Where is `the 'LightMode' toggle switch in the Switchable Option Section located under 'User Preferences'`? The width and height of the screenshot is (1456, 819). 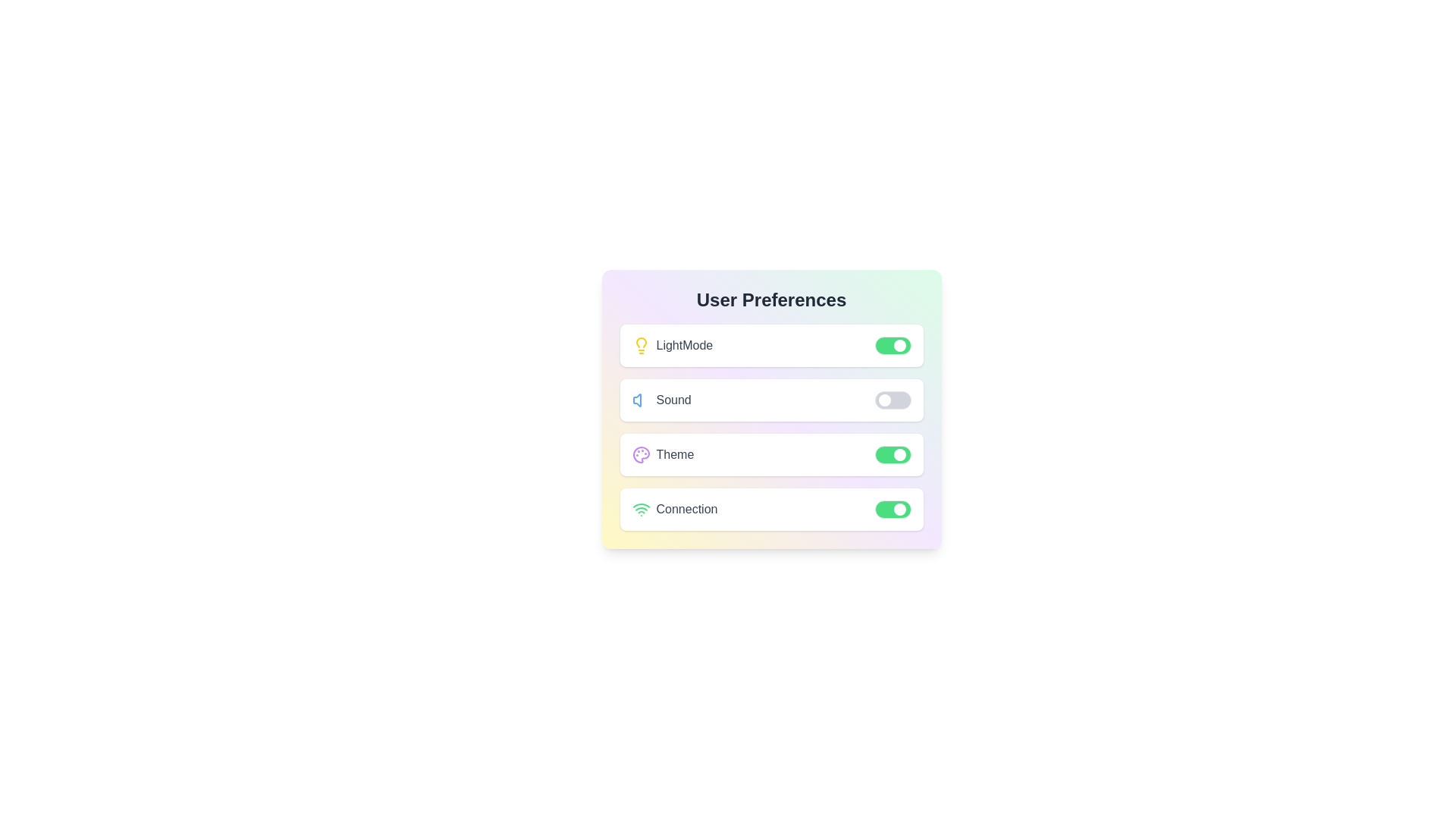
the 'LightMode' toggle switch in the Switchable Option Section located under 'User Preferences' is located at coordinates (771, 345).